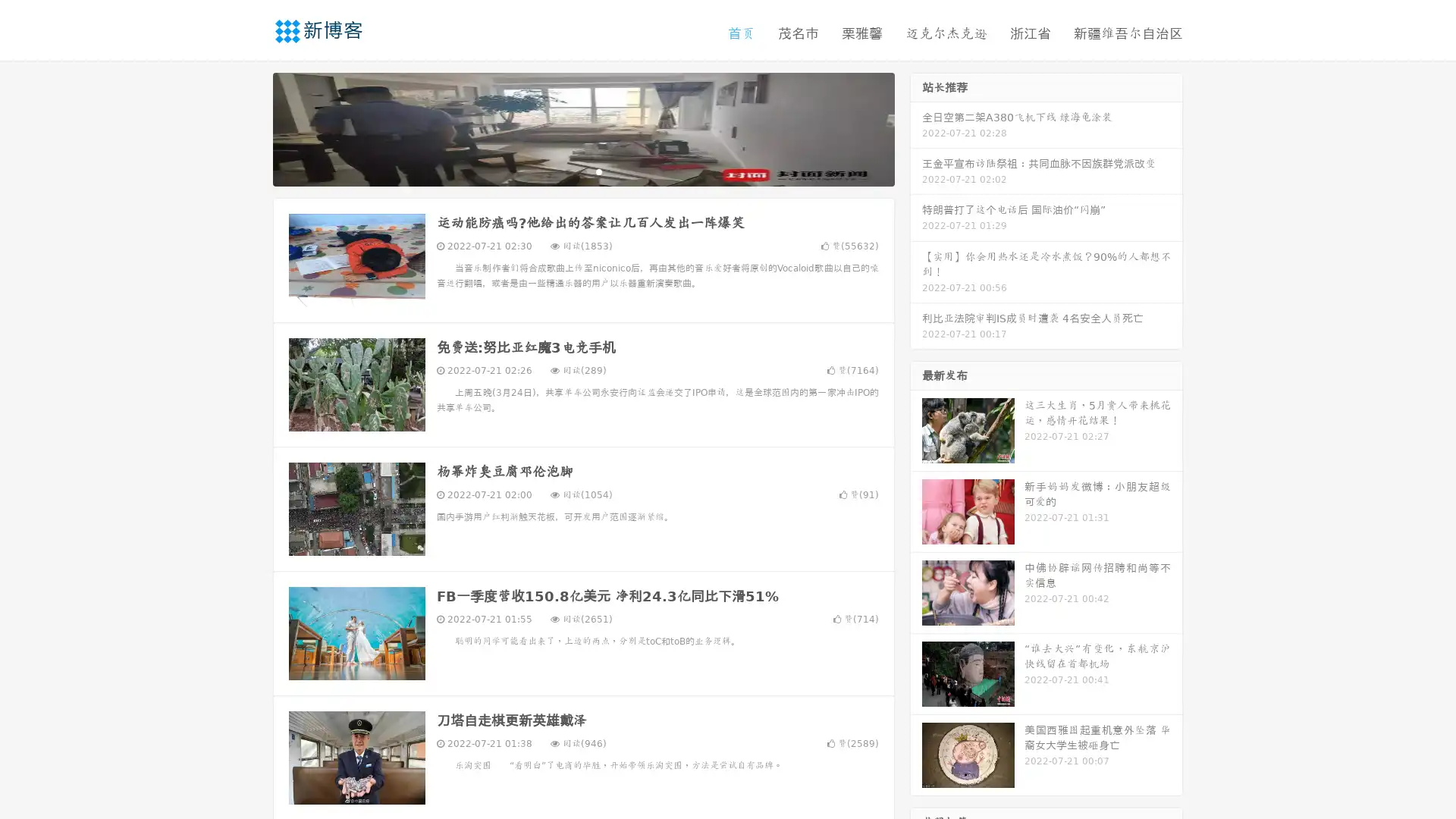  Describe the element at coordinates (250, 127) in the screenshot. I see `Previous slide` at that location.